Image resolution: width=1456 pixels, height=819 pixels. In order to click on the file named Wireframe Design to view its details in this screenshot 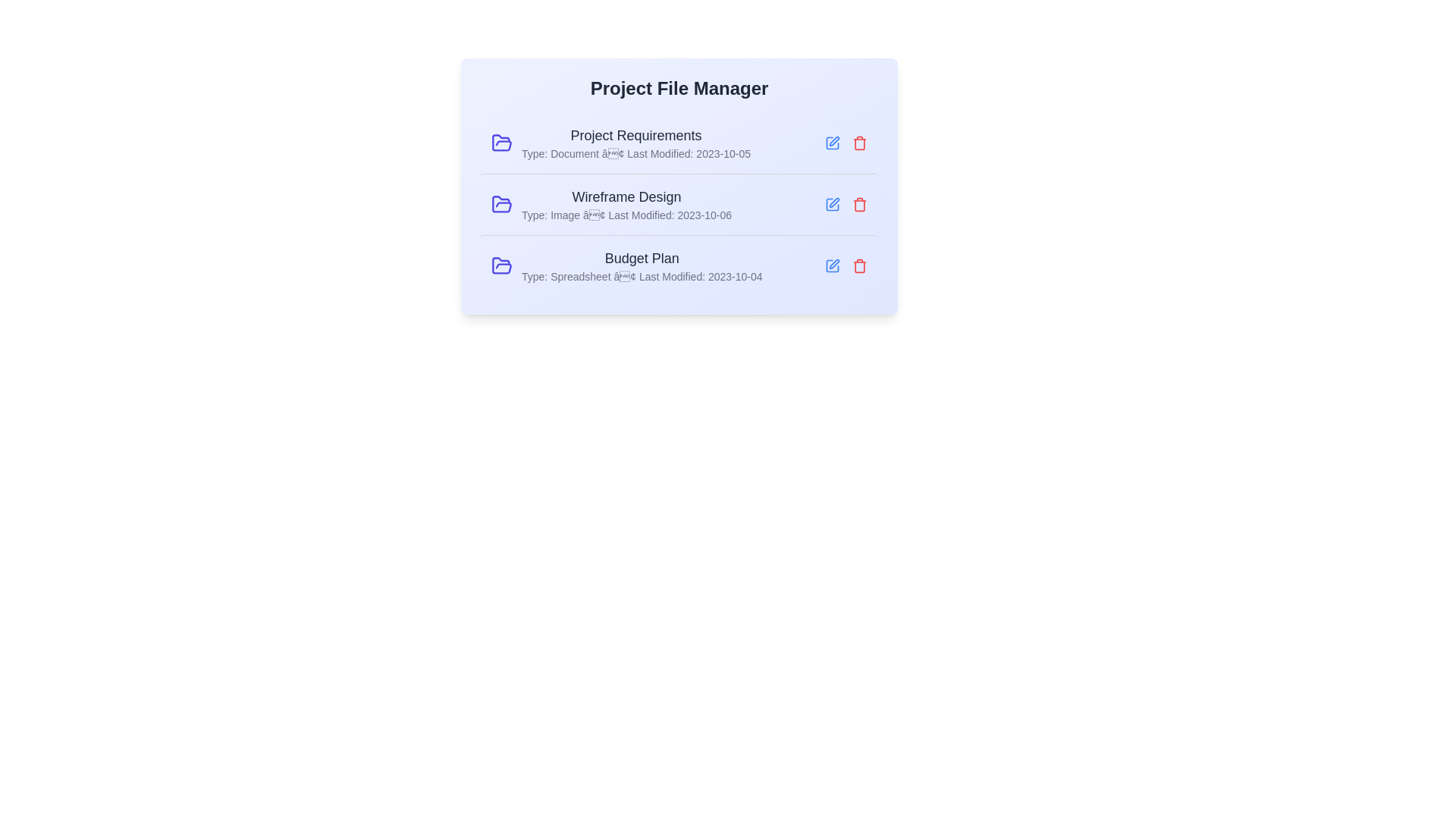, I will do `click(679, 203)`.